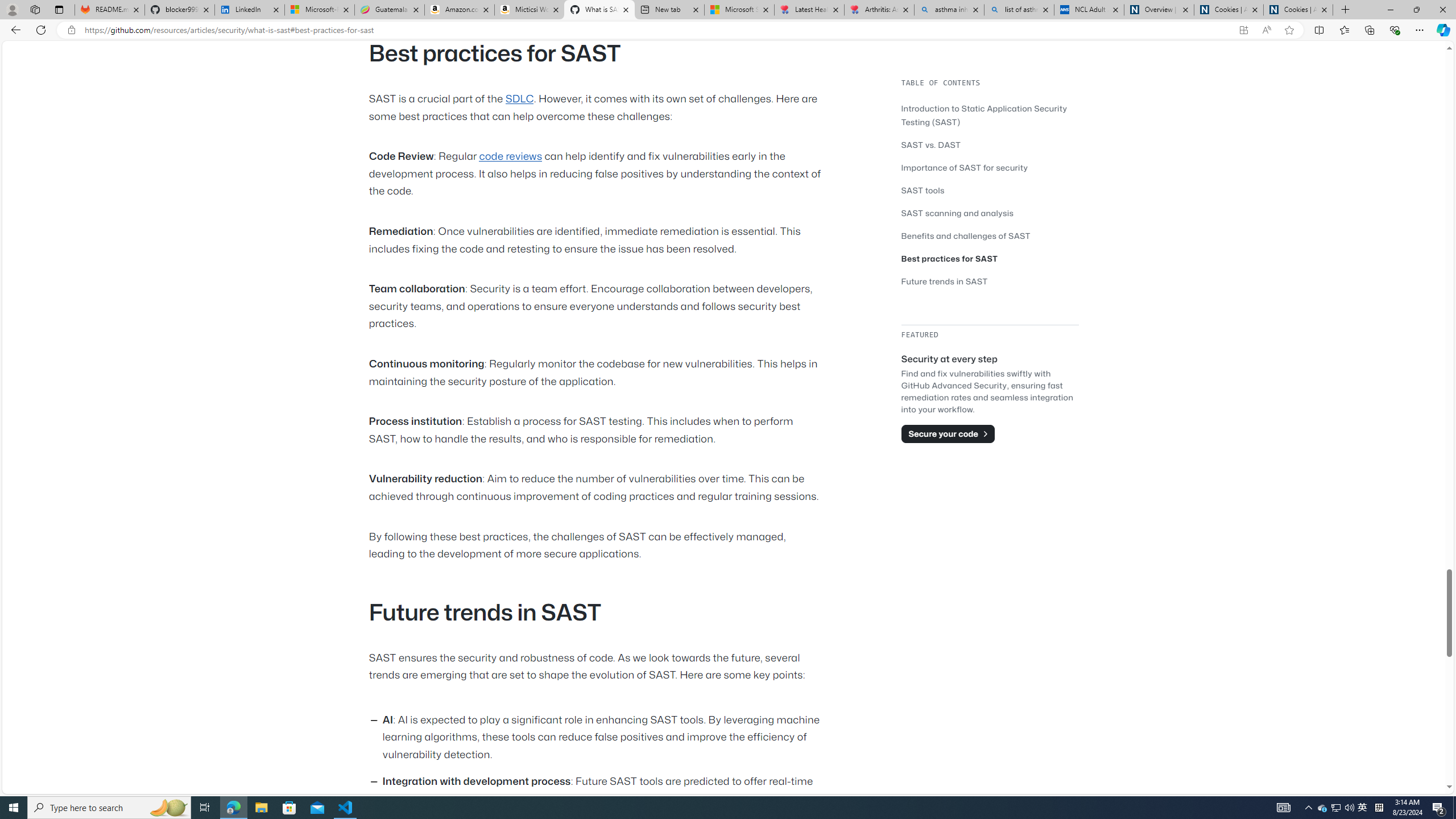 This screenshot has width=1456, height=819. What do you see at coordinates (990, 115) in the screenshot?
I see `'Introduction to Static Application Security Testing (SAST)'` at bounding box center [990, 115].